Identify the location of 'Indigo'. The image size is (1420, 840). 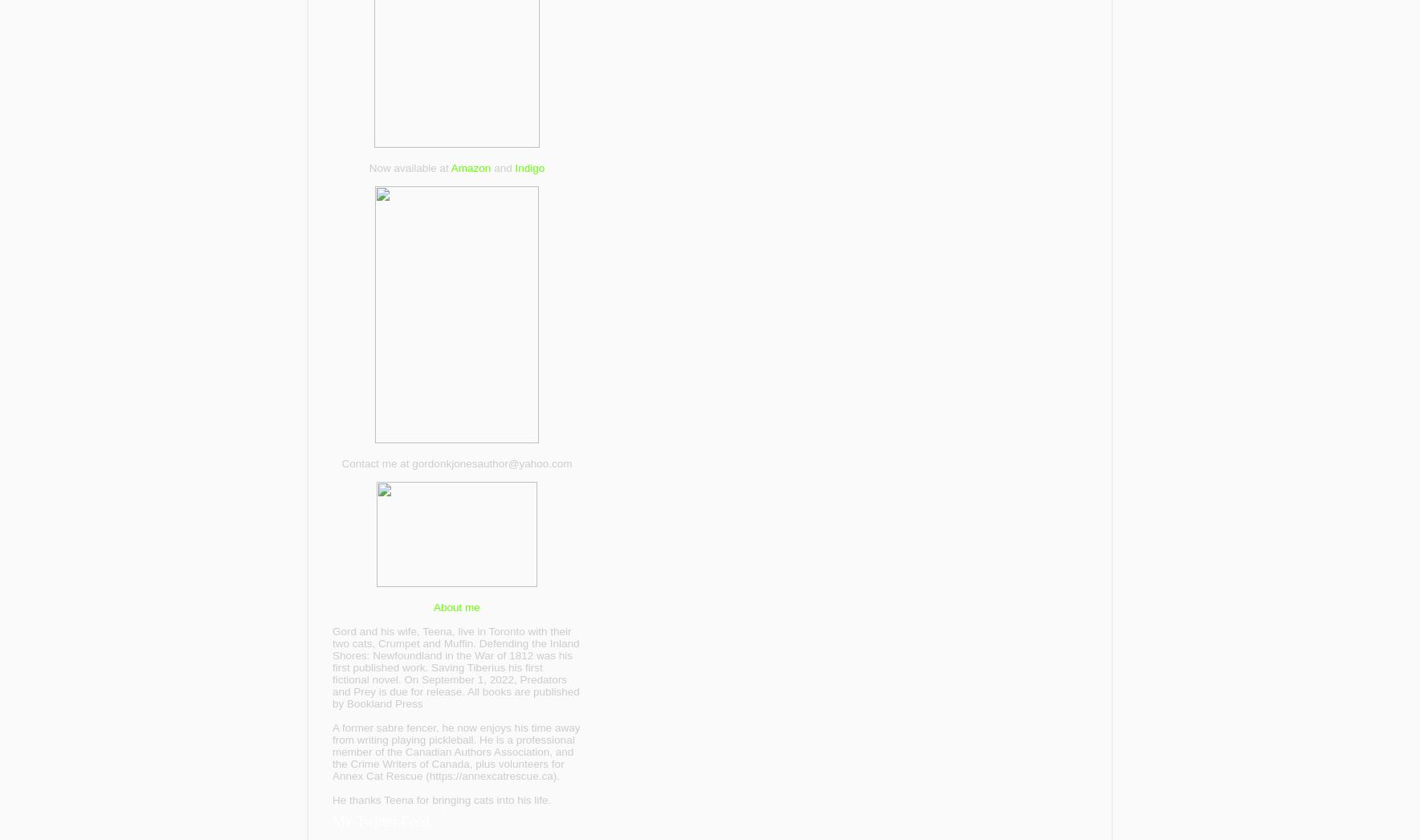
(528, 167).